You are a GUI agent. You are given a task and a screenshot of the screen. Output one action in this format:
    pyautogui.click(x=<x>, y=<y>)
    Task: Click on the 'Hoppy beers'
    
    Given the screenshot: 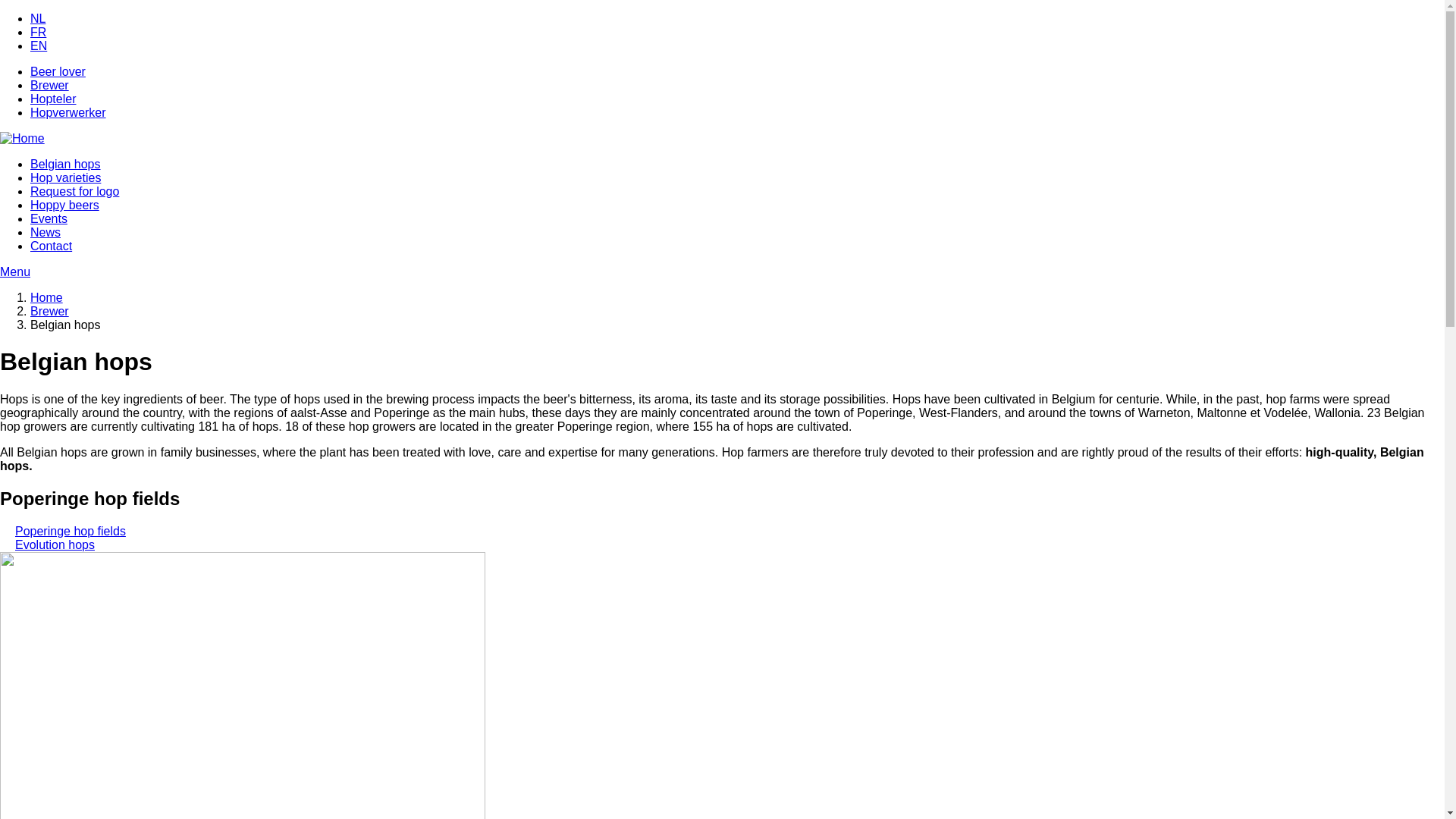 What is the action you would take?
    pyautogui.click(x=64, y=205)
    